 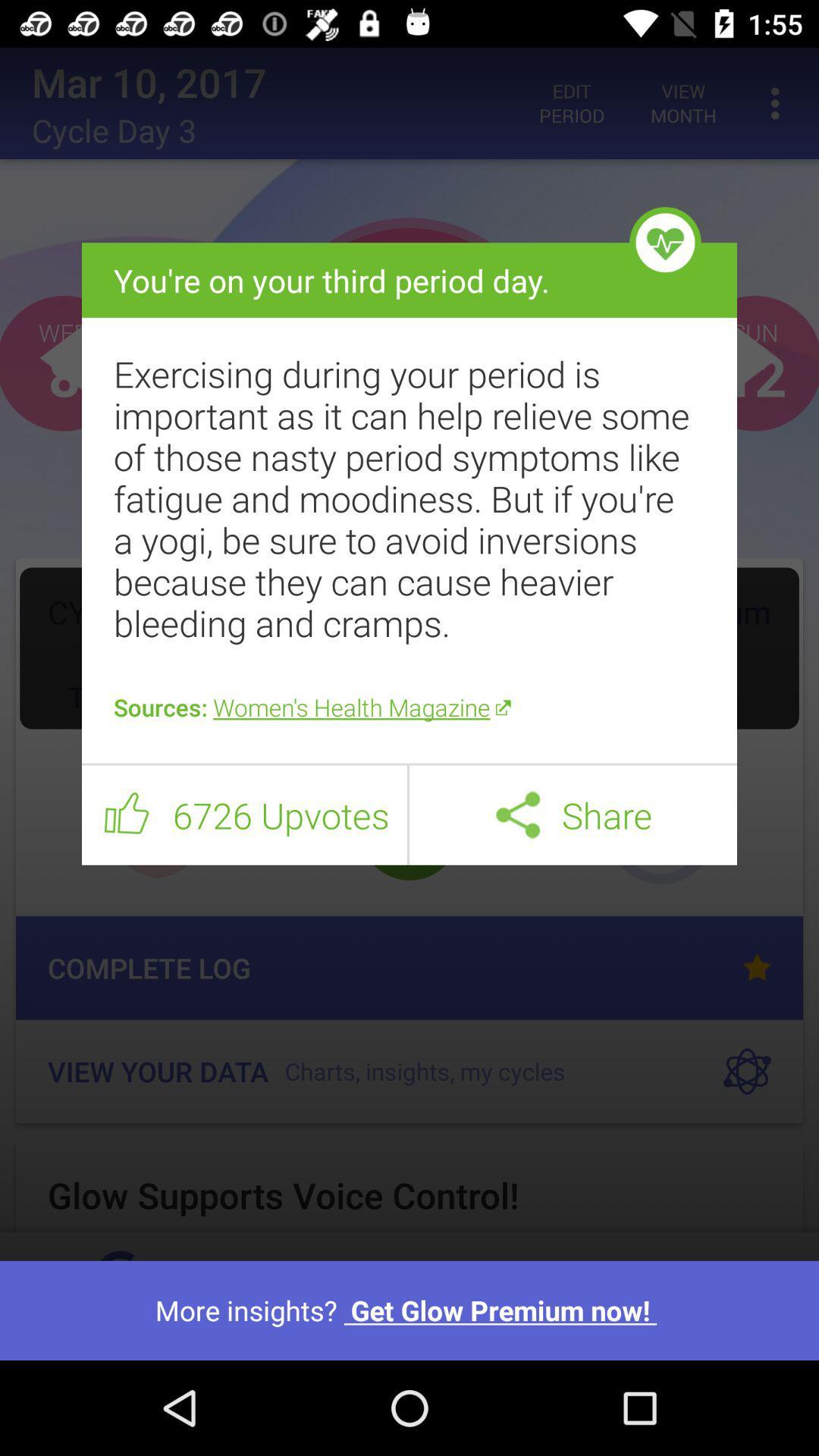 What do you see at coordinates (517, 814) in the screenshot?
I see `the icon to the left of share icon` at bounding box center [517, 814].